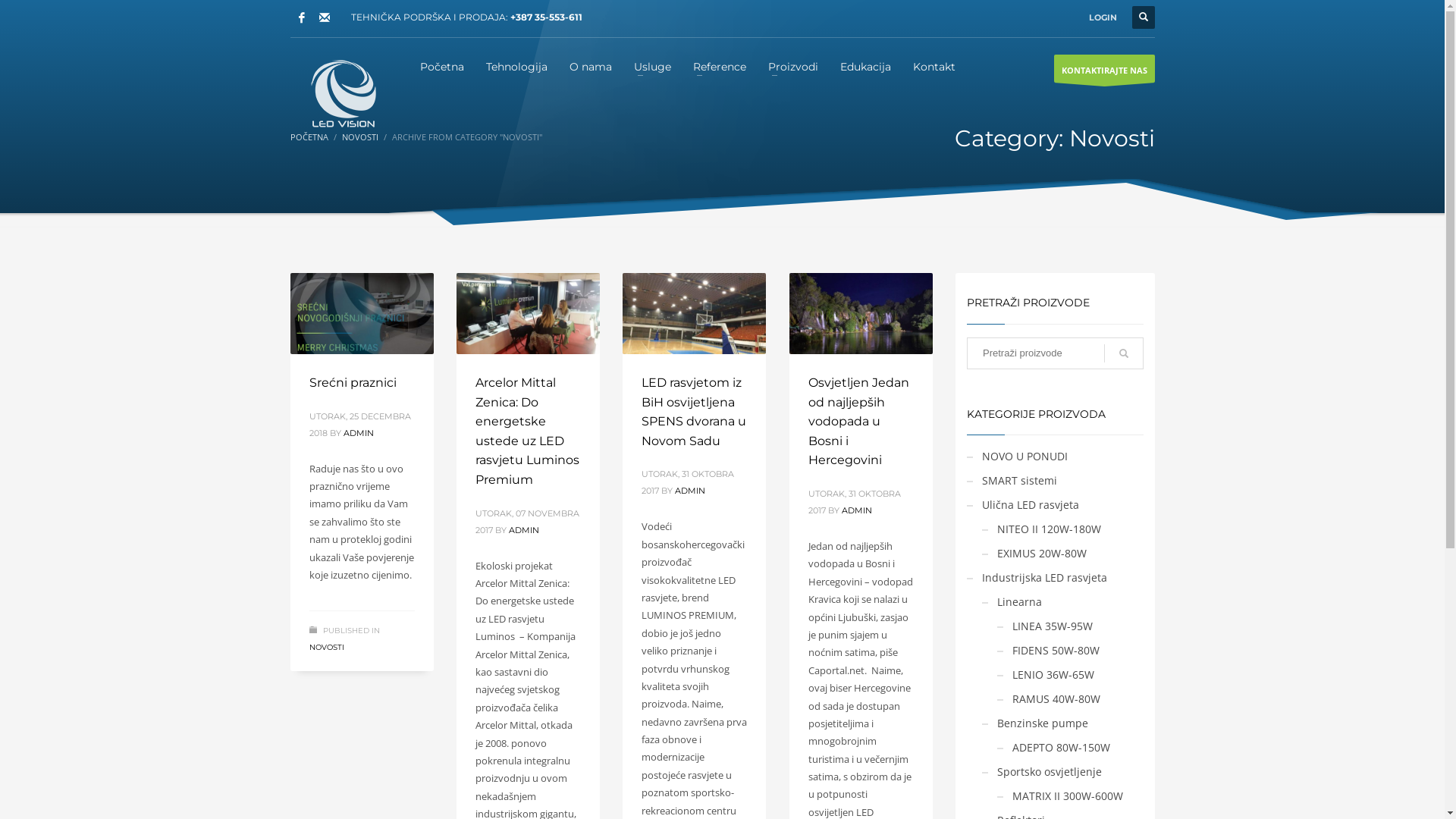 This screenshot has height=819, width=1456. What do you see at coordinates (792, 65) in the screenshot?
I see `'Proizvodi'` at bounding box center [792, 65].